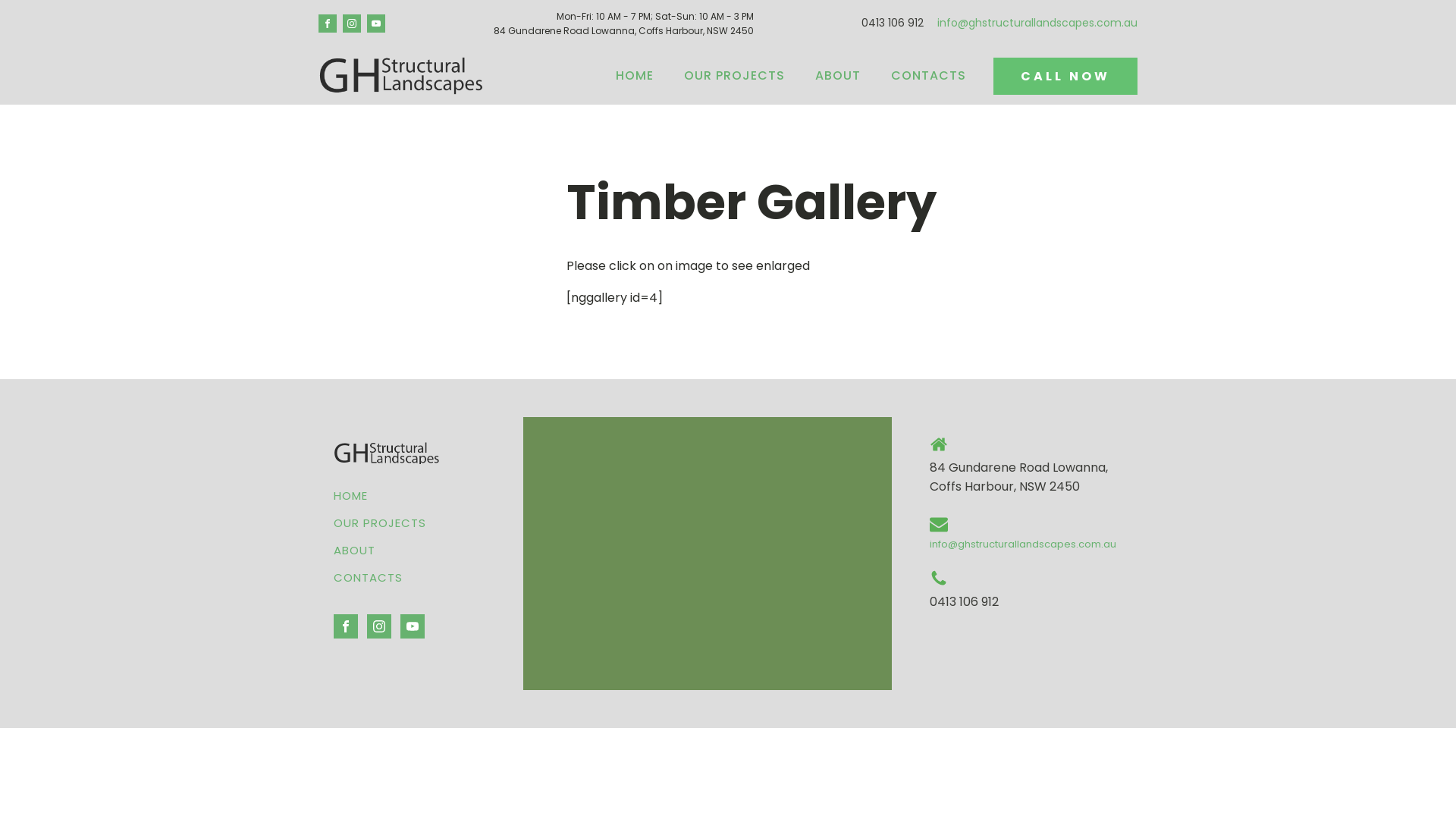 The image size is (1456, 819). Describe the element at coordinates (1037, 23) in the screenshot. I see `'info@ghstructurallandscapes.com.au'` at that location.